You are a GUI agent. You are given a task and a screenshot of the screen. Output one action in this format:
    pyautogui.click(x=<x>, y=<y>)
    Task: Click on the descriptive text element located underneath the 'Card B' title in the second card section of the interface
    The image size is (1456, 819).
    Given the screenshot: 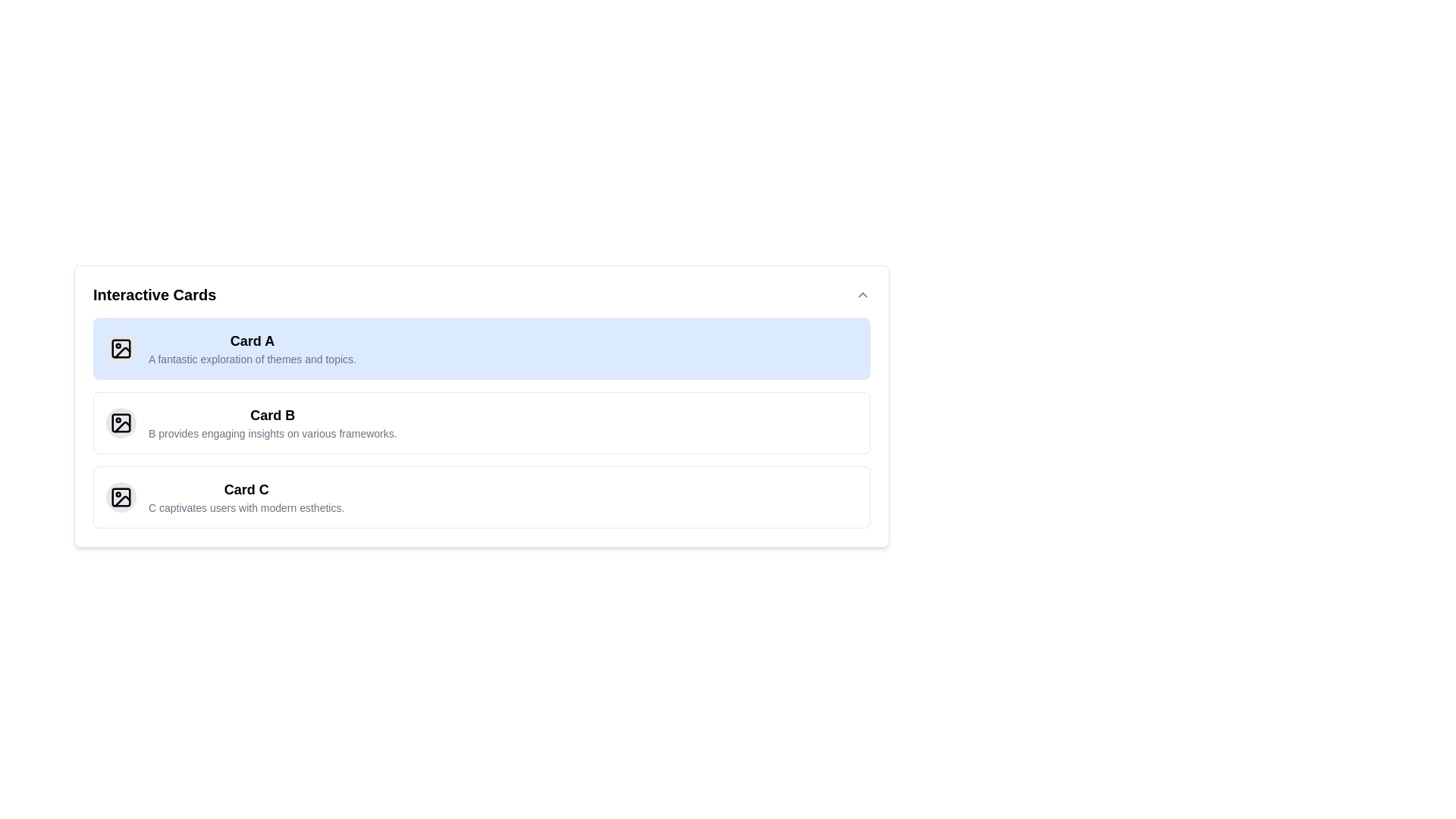 What is the action you would take?
    pyautogui.click(x=272, y=433)
    